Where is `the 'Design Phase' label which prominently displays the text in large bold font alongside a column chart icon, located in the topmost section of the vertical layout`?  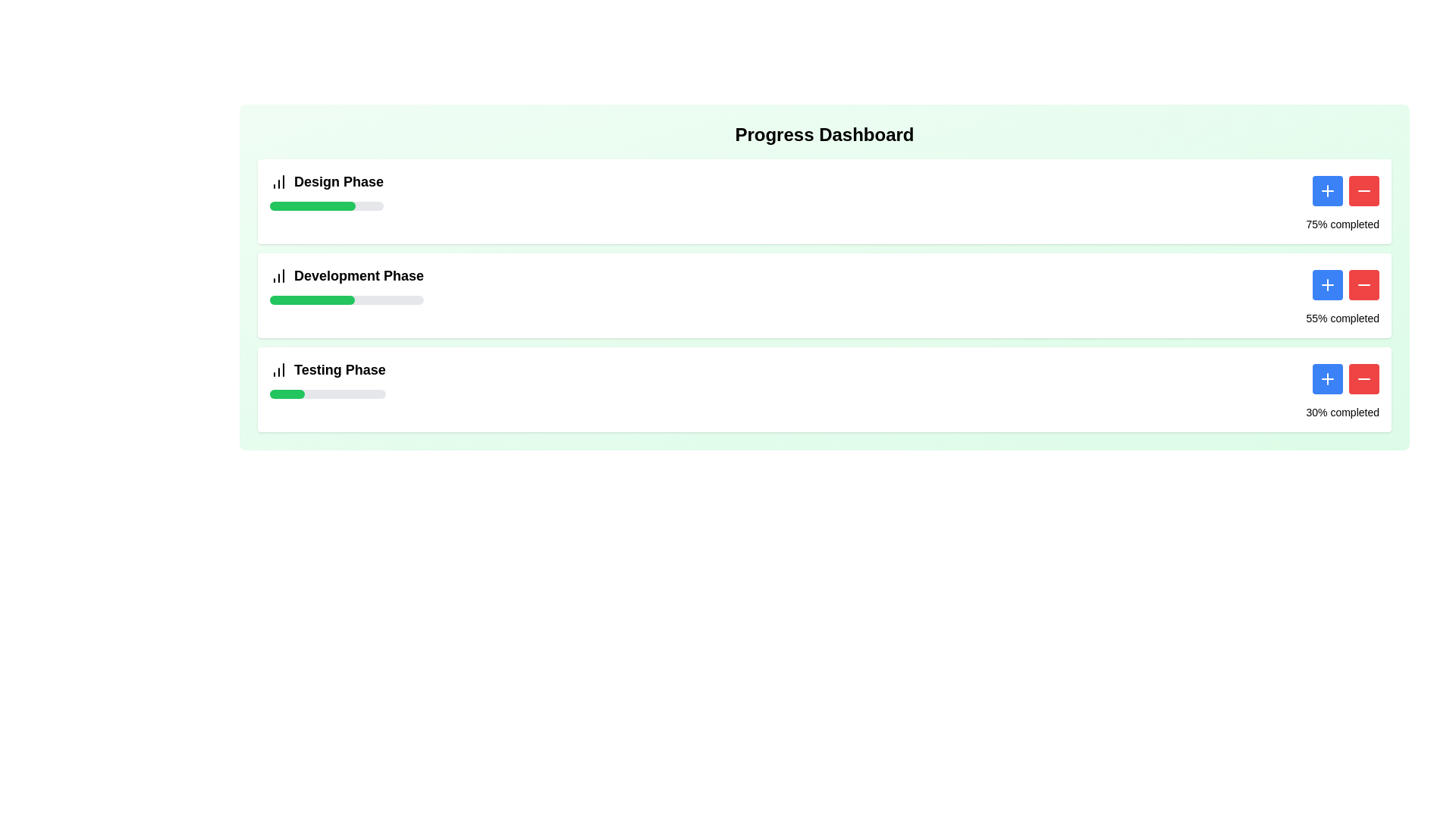
the 'Design Phase' label which prominently displays the text in large bold font alongside a column chart icon, located in the topmost section of the vertical layout is located at coordinates (326, 180).